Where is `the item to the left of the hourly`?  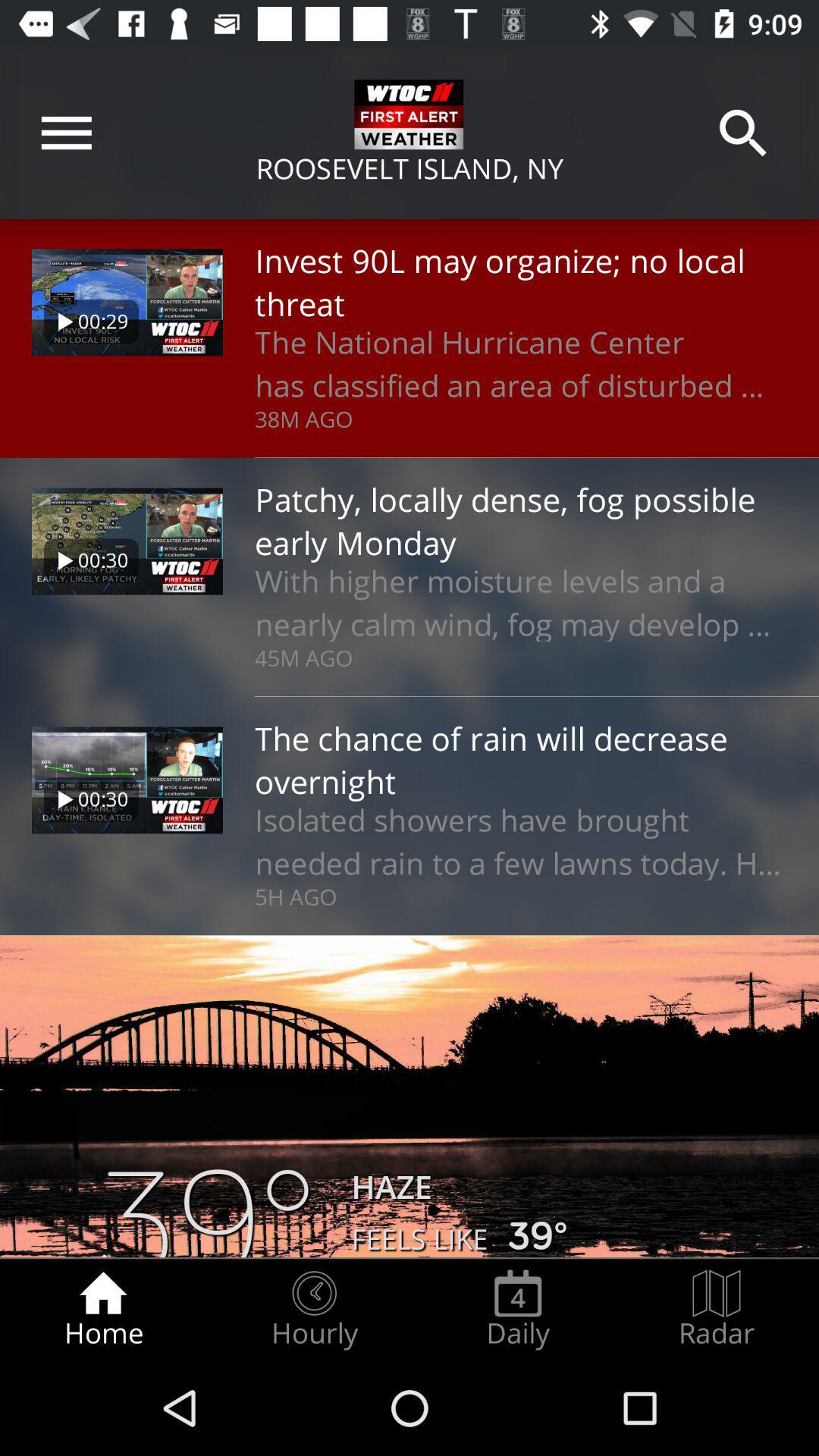 the item to the left of the hourly is located at coordinates (102, 1309).